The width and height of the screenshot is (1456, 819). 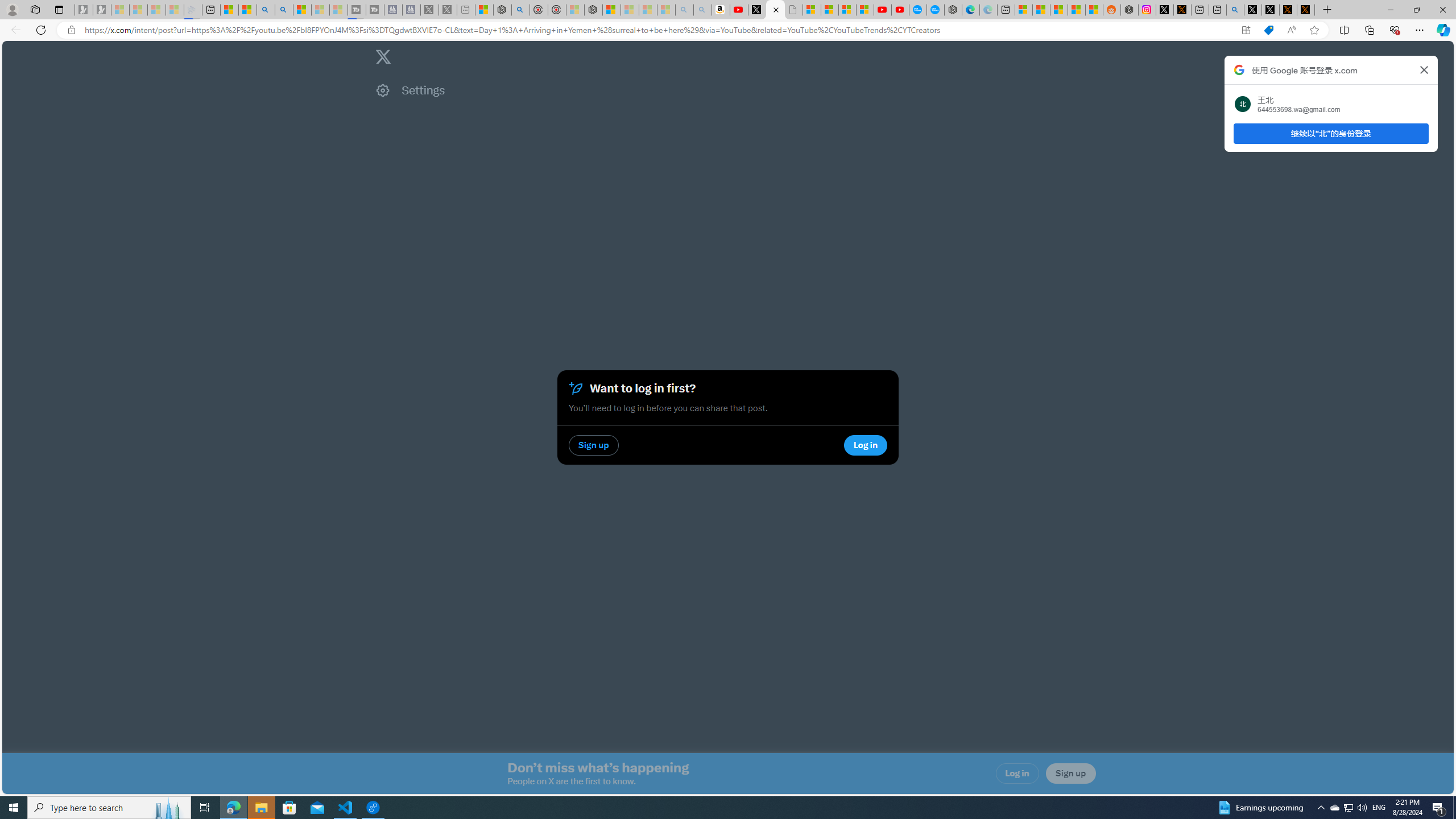 I want to click on 'Shanghai, China Weather trends | Microsoft Weather', so click(x=1094, y=9).